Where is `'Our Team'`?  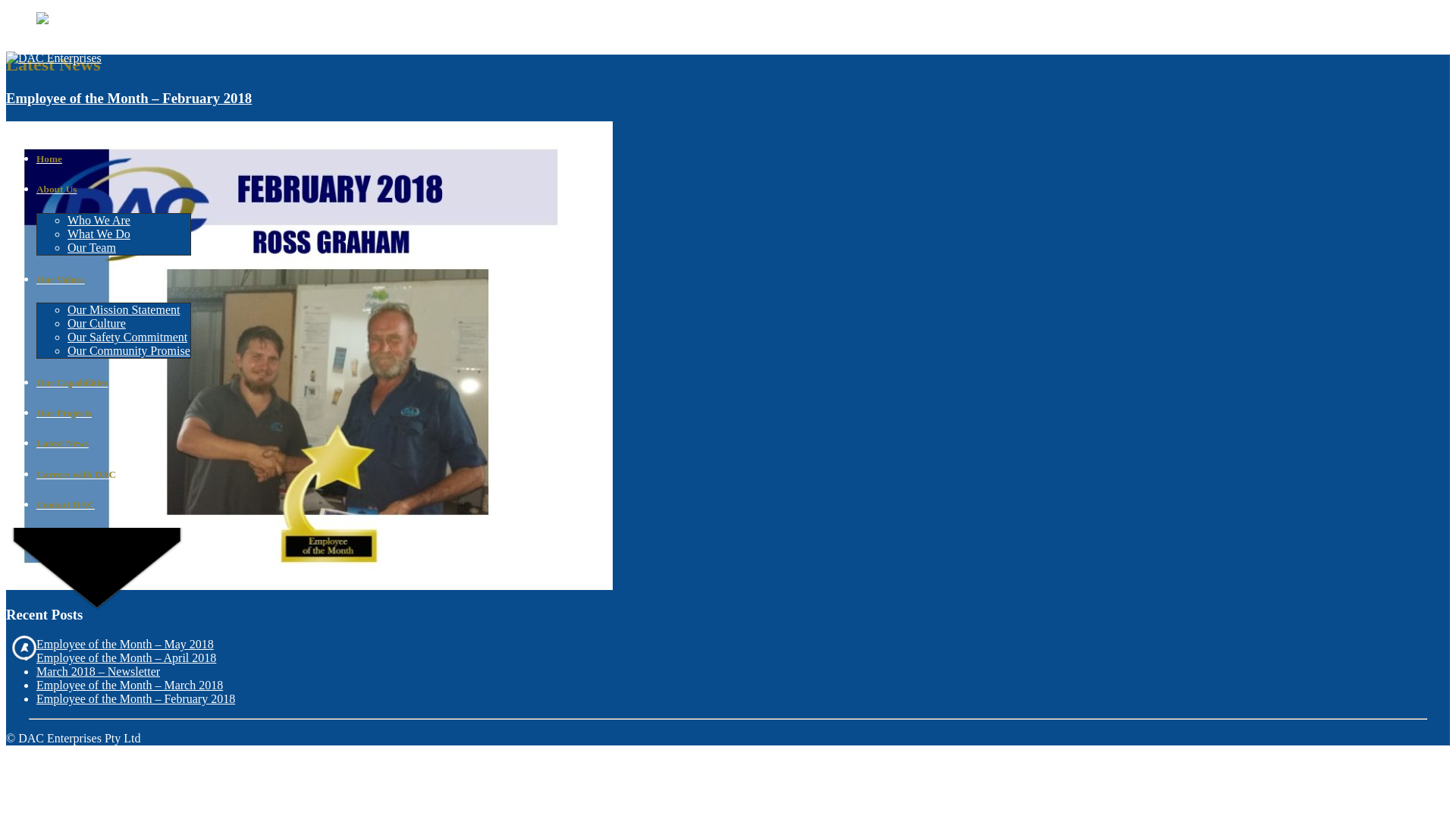
'Our Team' is located at coordinates (90, 246).